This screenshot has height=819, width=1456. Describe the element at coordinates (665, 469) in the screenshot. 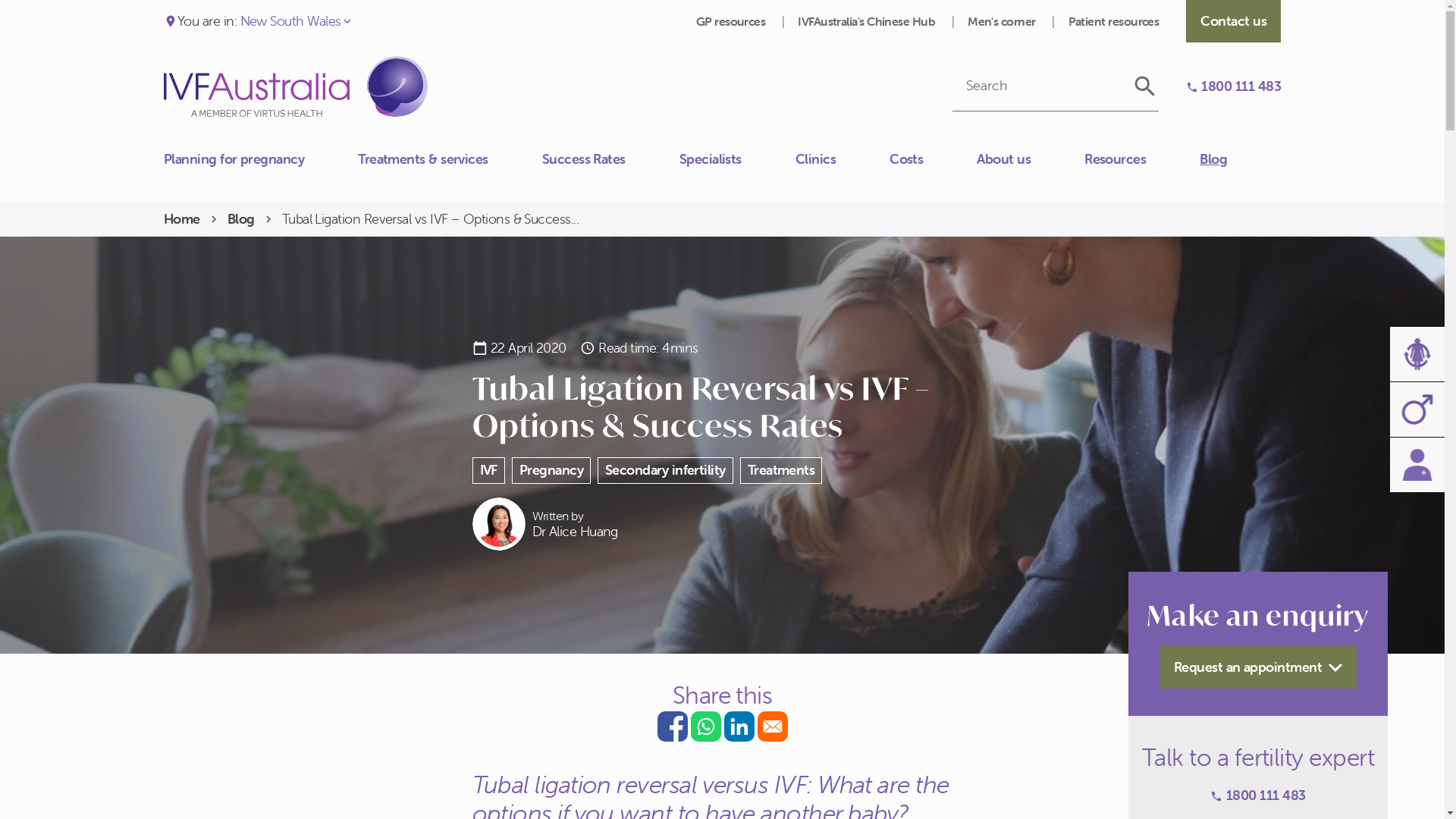

I see `'Secondary infertility'` at that location.